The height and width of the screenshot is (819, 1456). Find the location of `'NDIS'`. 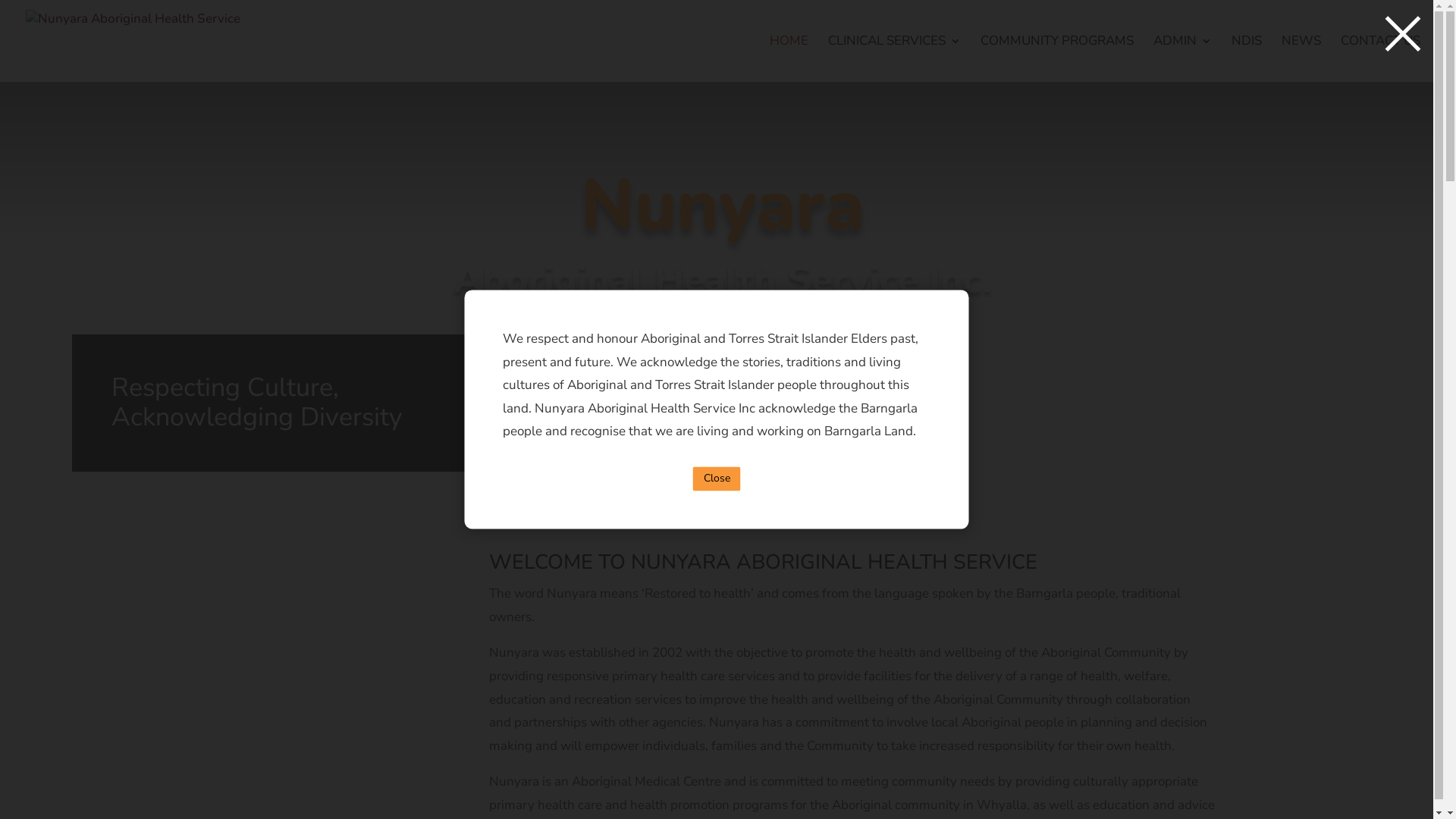

'NDIS' is located at coordinates (1246, 58).